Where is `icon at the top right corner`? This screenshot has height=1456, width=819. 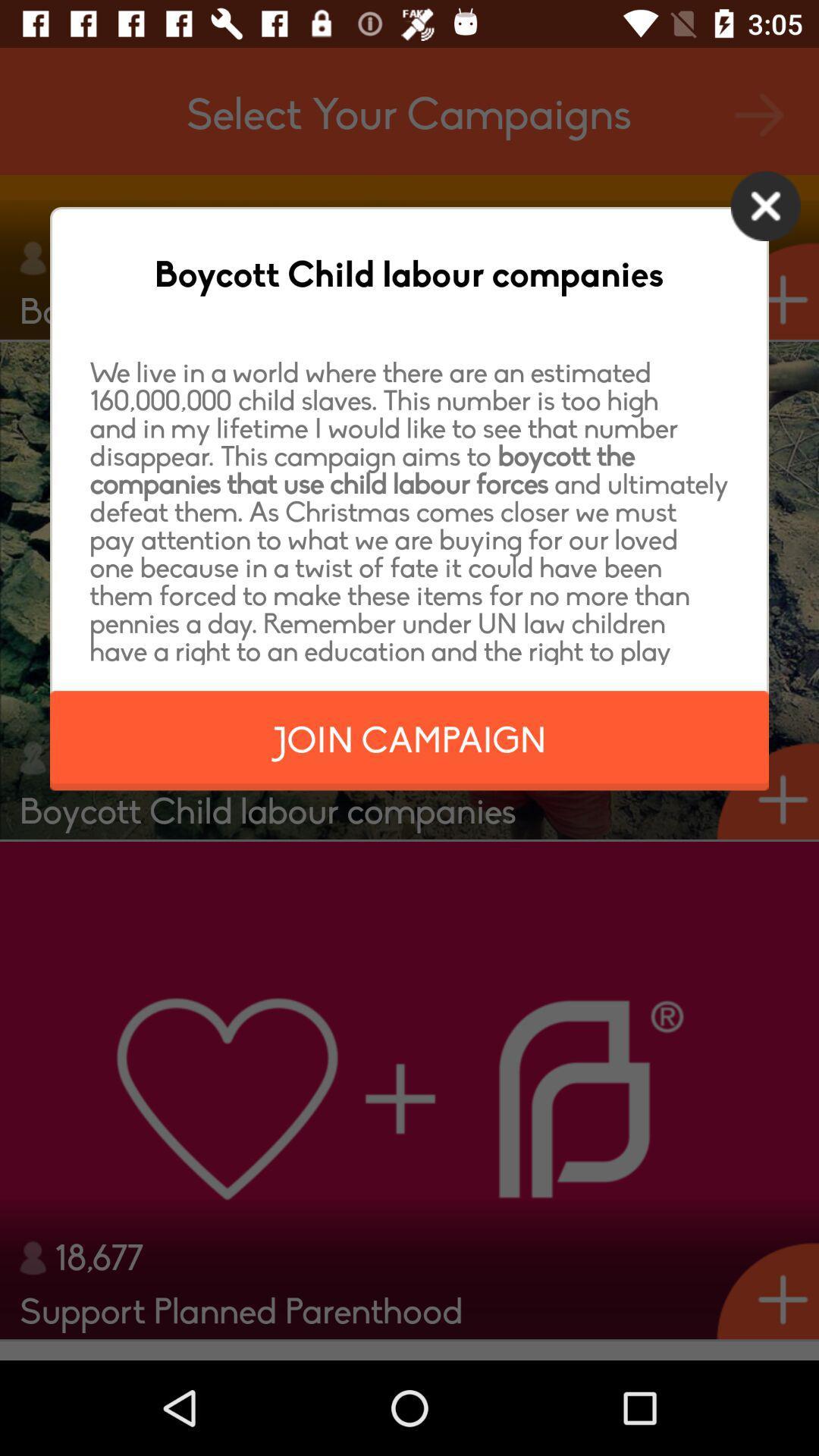 icon at the top right corner is located at coordinates (765, 205).